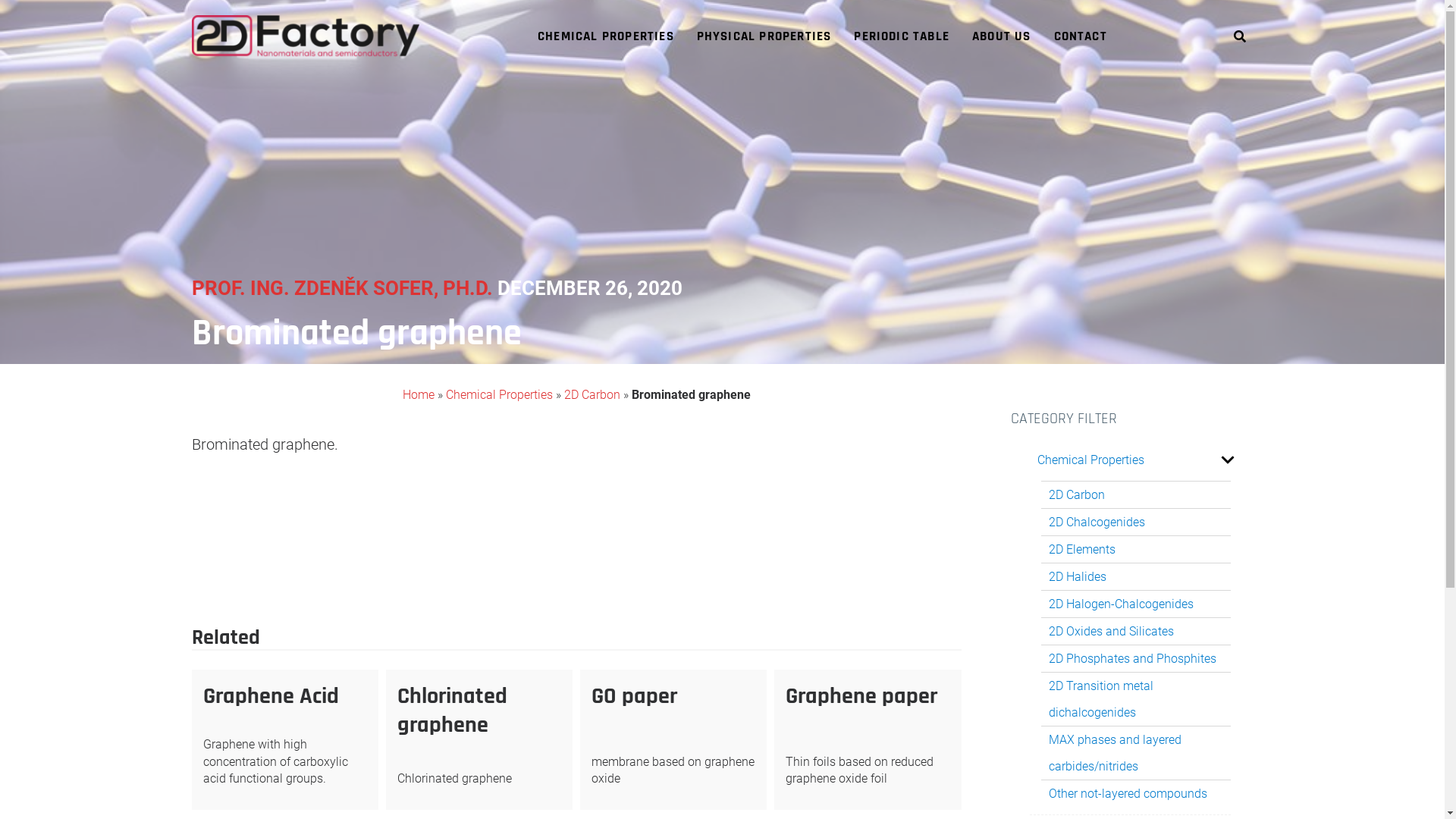 This screenshot has height=819, width=1456. I want to click on '2D Chalcogenides', so click(1096, 521).